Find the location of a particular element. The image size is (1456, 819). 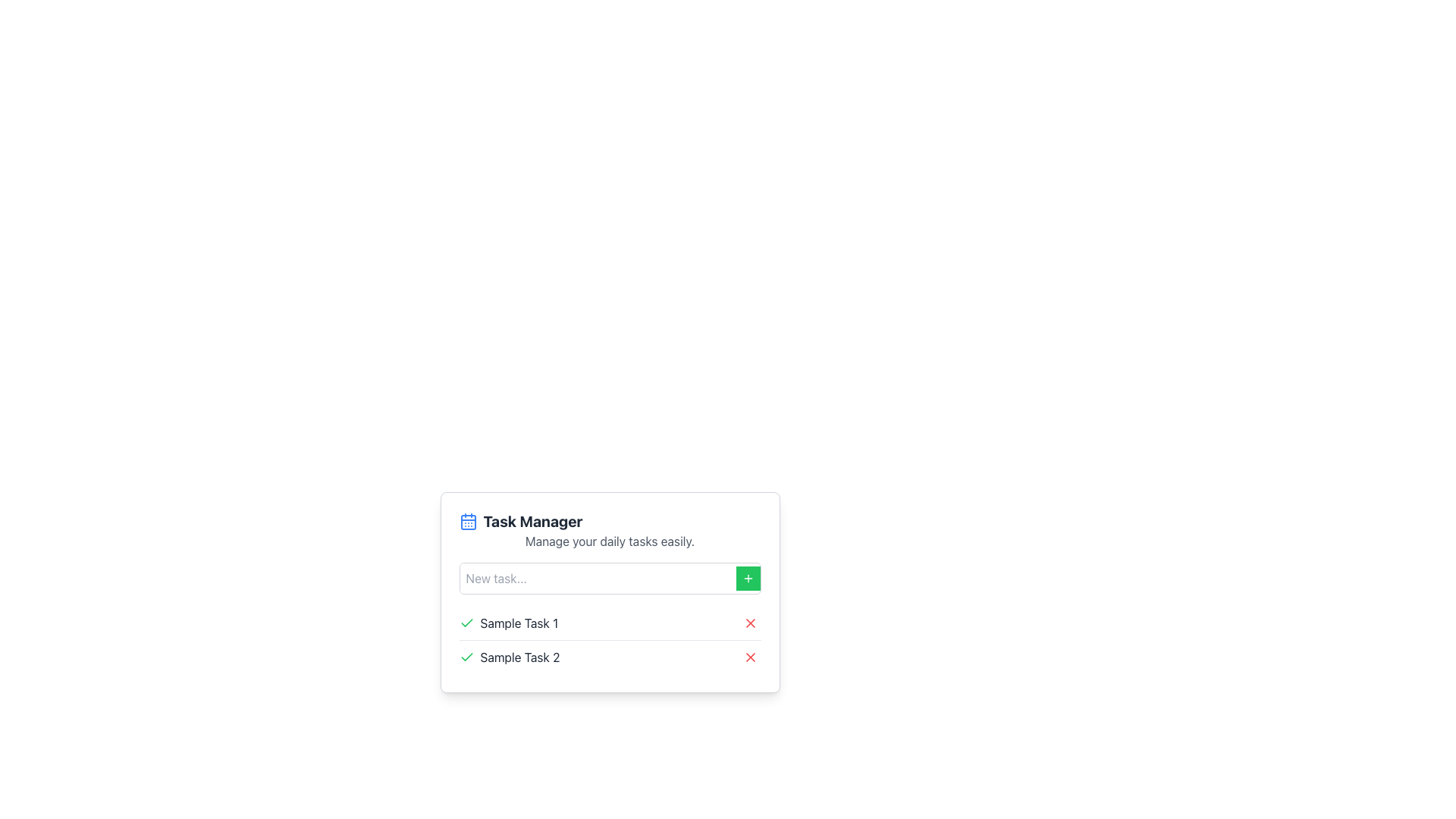

the small red cross-shaped icon used for delete or close action associated with 'Sample Task 1' is located at coordinates (750, 623).